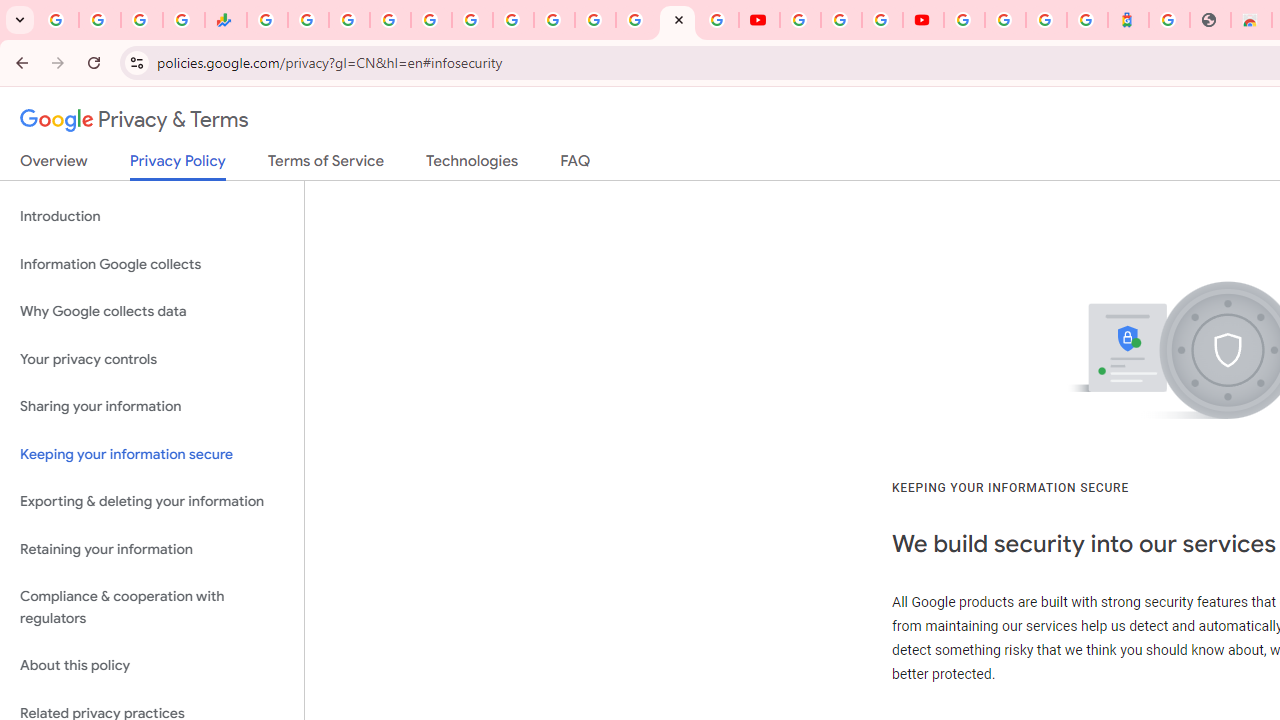 The height and width of the screenshot is (720, 1280). I want to click on 'Privacy Policy', so click(177, 165).